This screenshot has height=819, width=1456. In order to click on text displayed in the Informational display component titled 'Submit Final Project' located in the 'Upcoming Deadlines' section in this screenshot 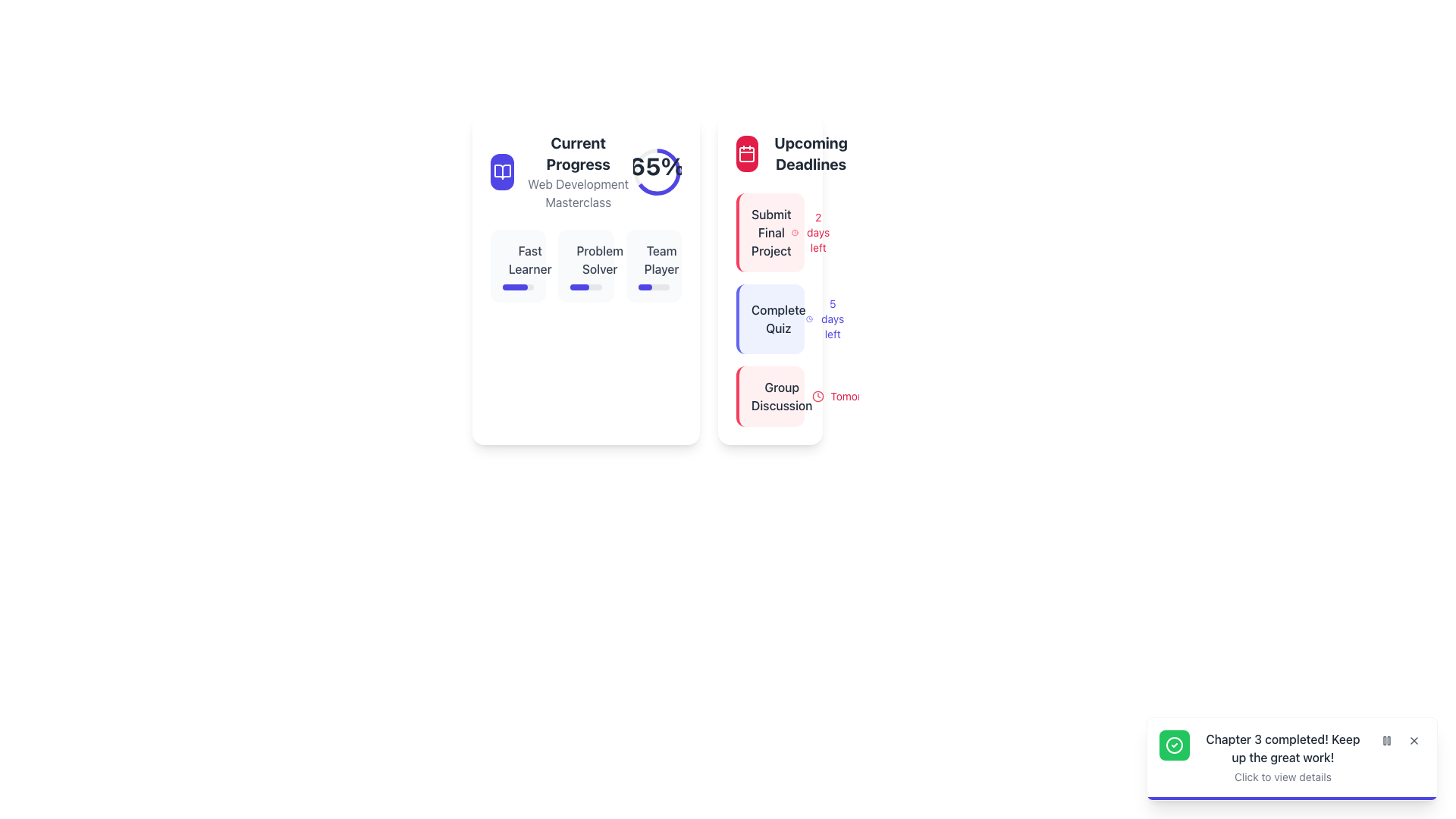, I will do `click(771, 233)`.